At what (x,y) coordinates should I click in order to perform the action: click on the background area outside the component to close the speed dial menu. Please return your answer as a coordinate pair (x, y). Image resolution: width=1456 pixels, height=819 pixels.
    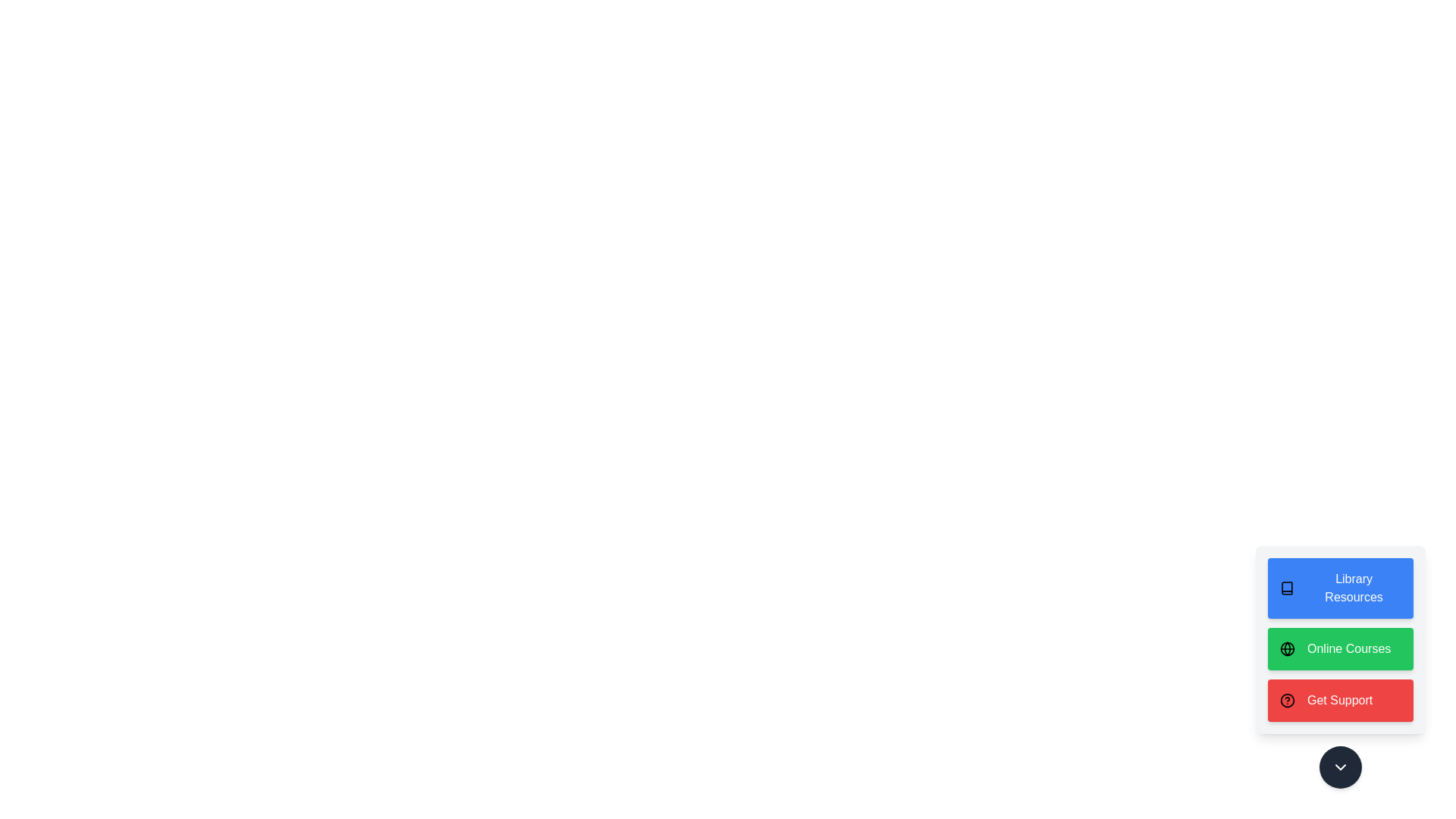
    Looking at the image, I should click on (75, 76).